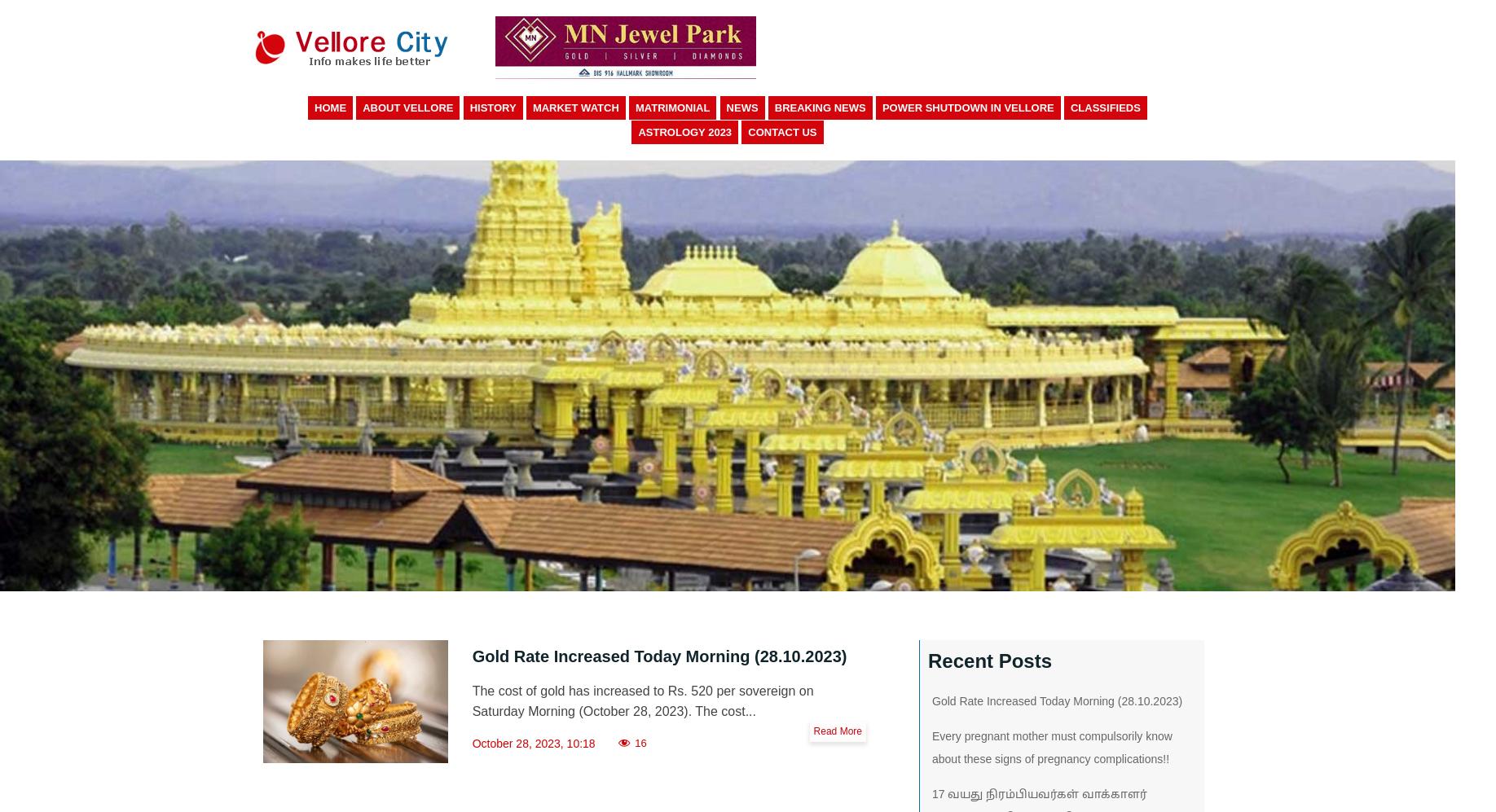  Describe the element at coordinates (640, 743) in the screenshot. I see `'16'` at that location.